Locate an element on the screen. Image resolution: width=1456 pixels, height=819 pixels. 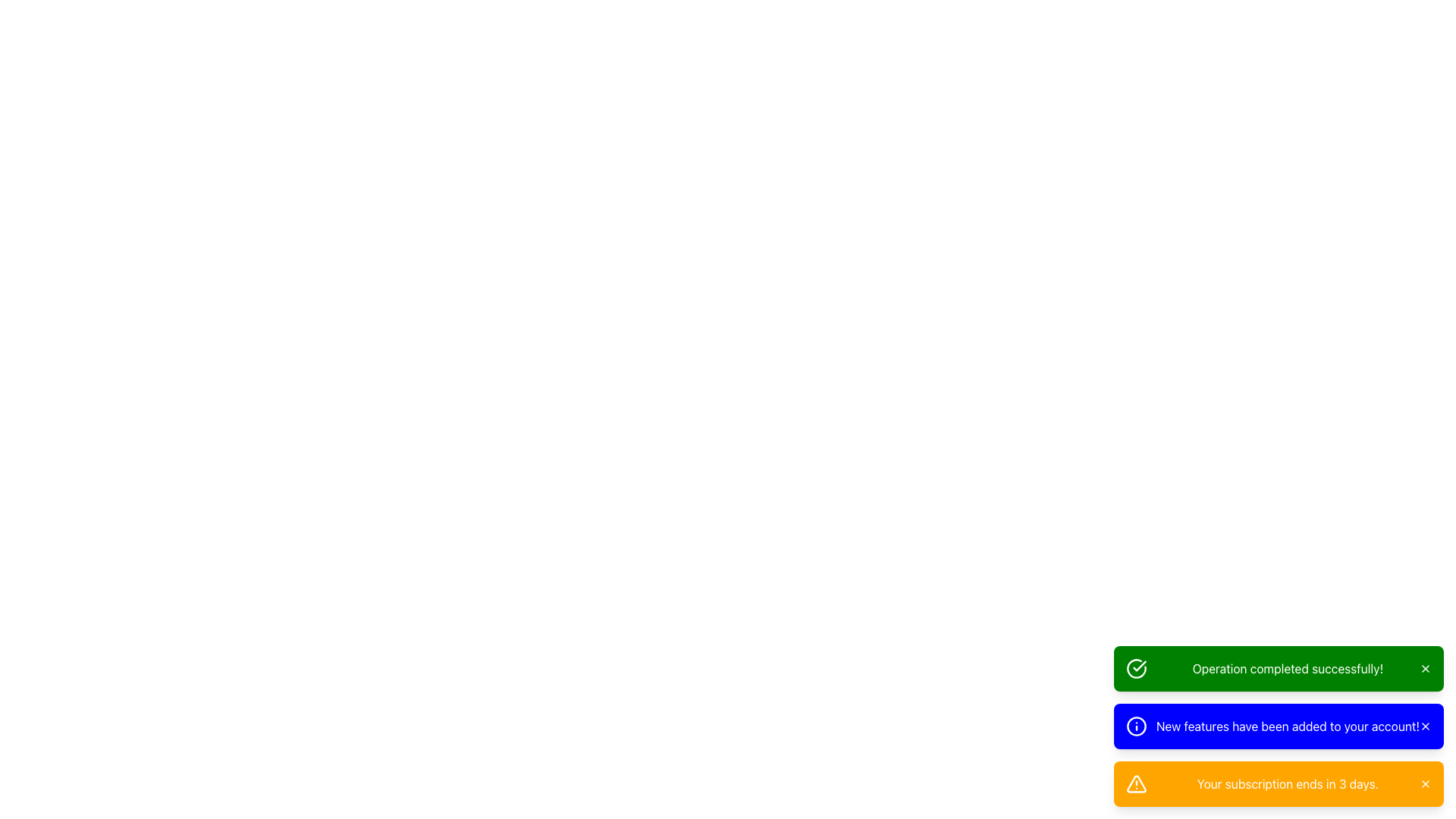
the close button located in the top-right corner of the notification box that displays the text 'Your subscription ends in 3 days.' is located at coordinates (1425, 783).